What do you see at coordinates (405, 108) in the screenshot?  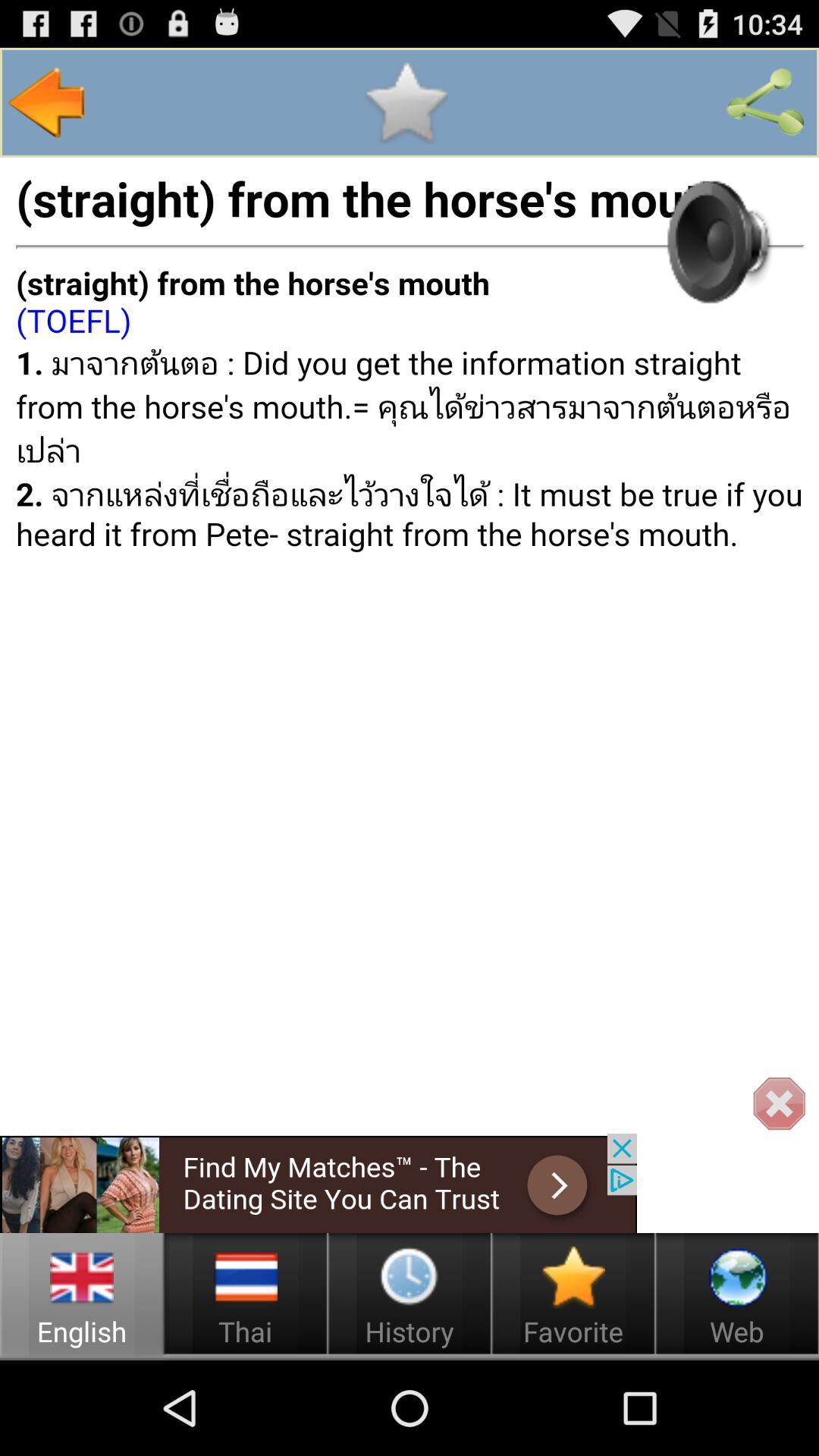 I see `the star icon` at bounding box center [405, 108].